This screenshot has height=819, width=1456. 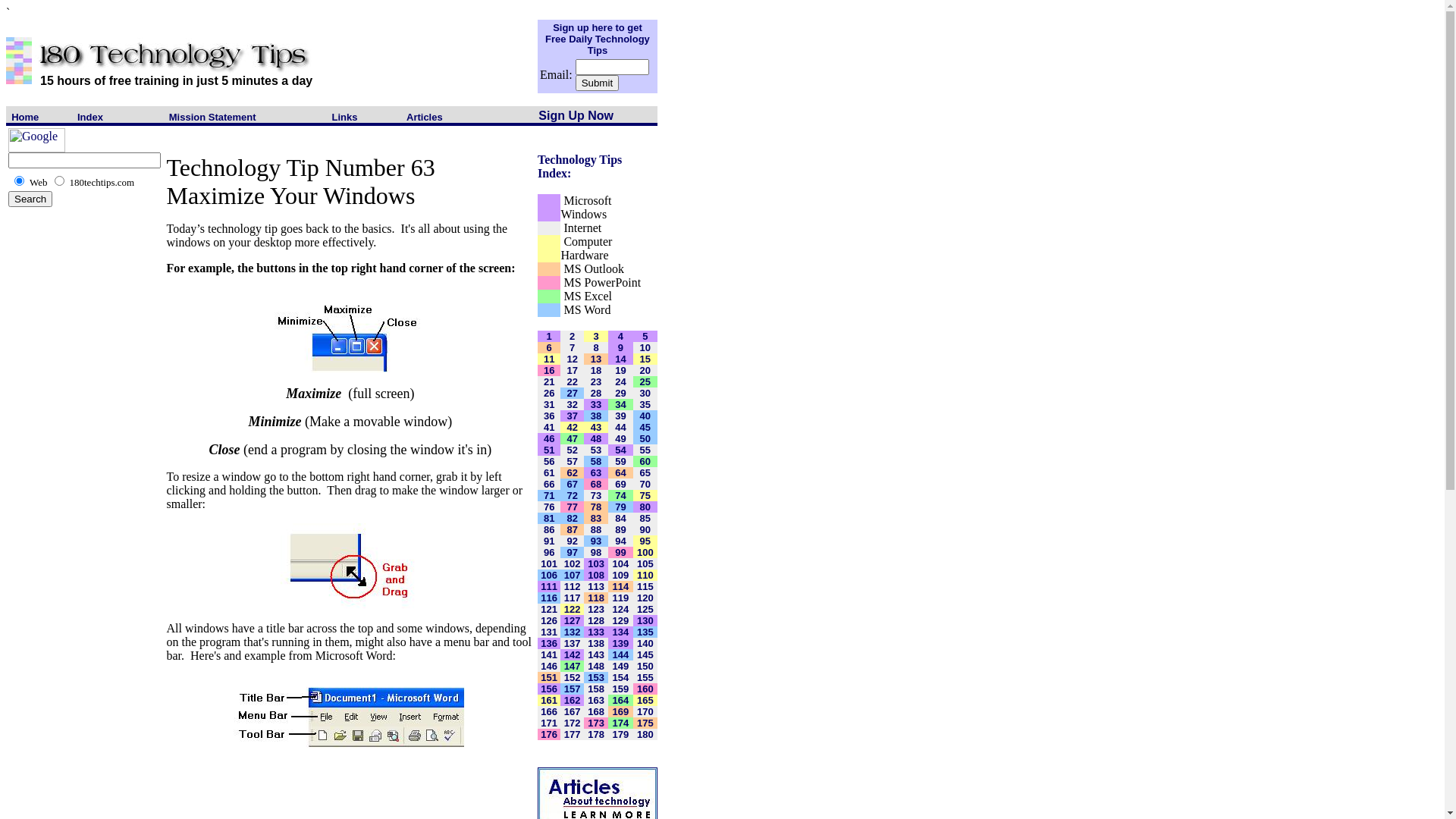 What do you see at coordinates (541, 676) in the screenshot?
I see `'151'` at bounding box center [541, 676].